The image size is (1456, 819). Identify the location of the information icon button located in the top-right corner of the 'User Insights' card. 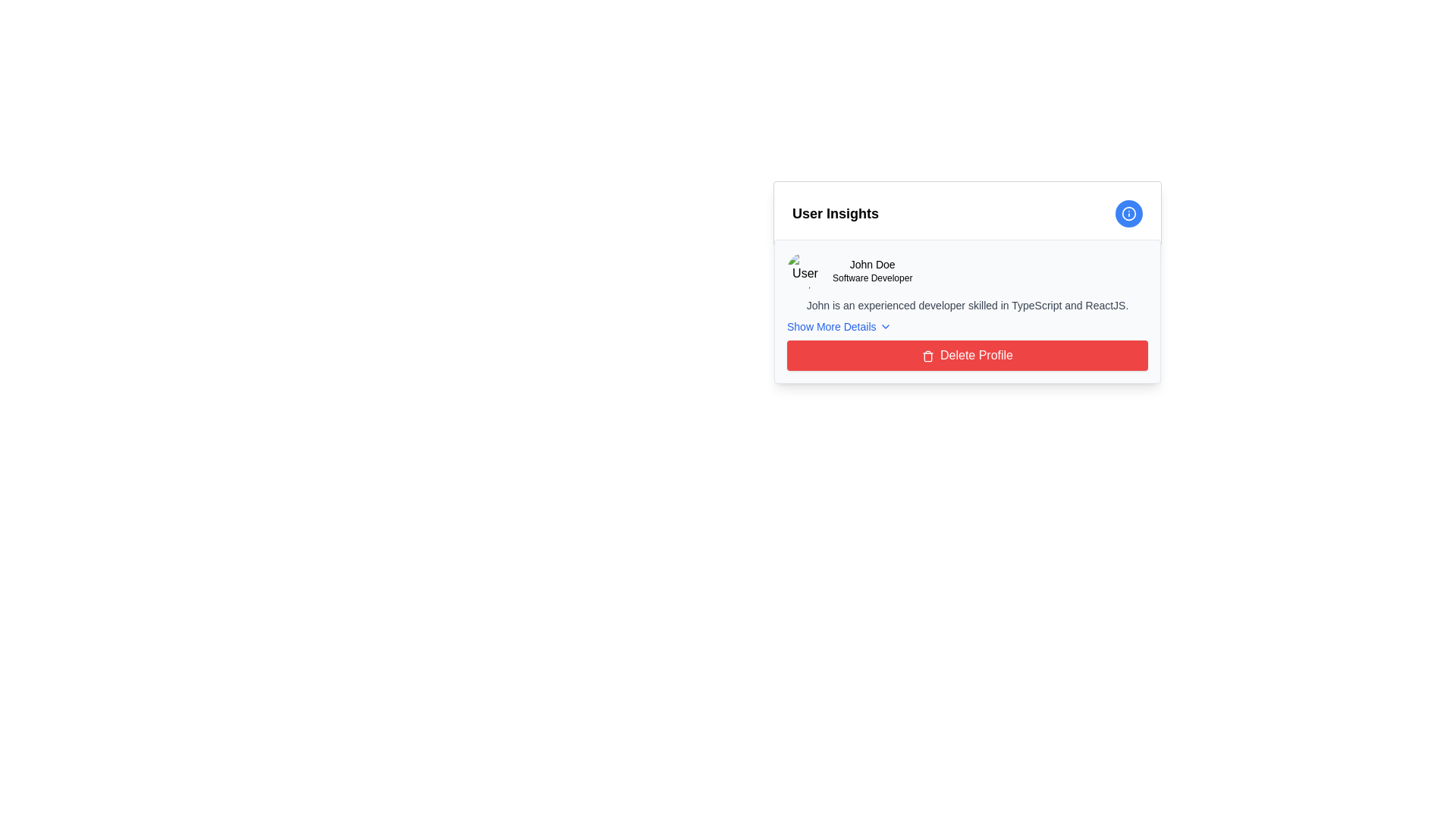
(1128, 213).